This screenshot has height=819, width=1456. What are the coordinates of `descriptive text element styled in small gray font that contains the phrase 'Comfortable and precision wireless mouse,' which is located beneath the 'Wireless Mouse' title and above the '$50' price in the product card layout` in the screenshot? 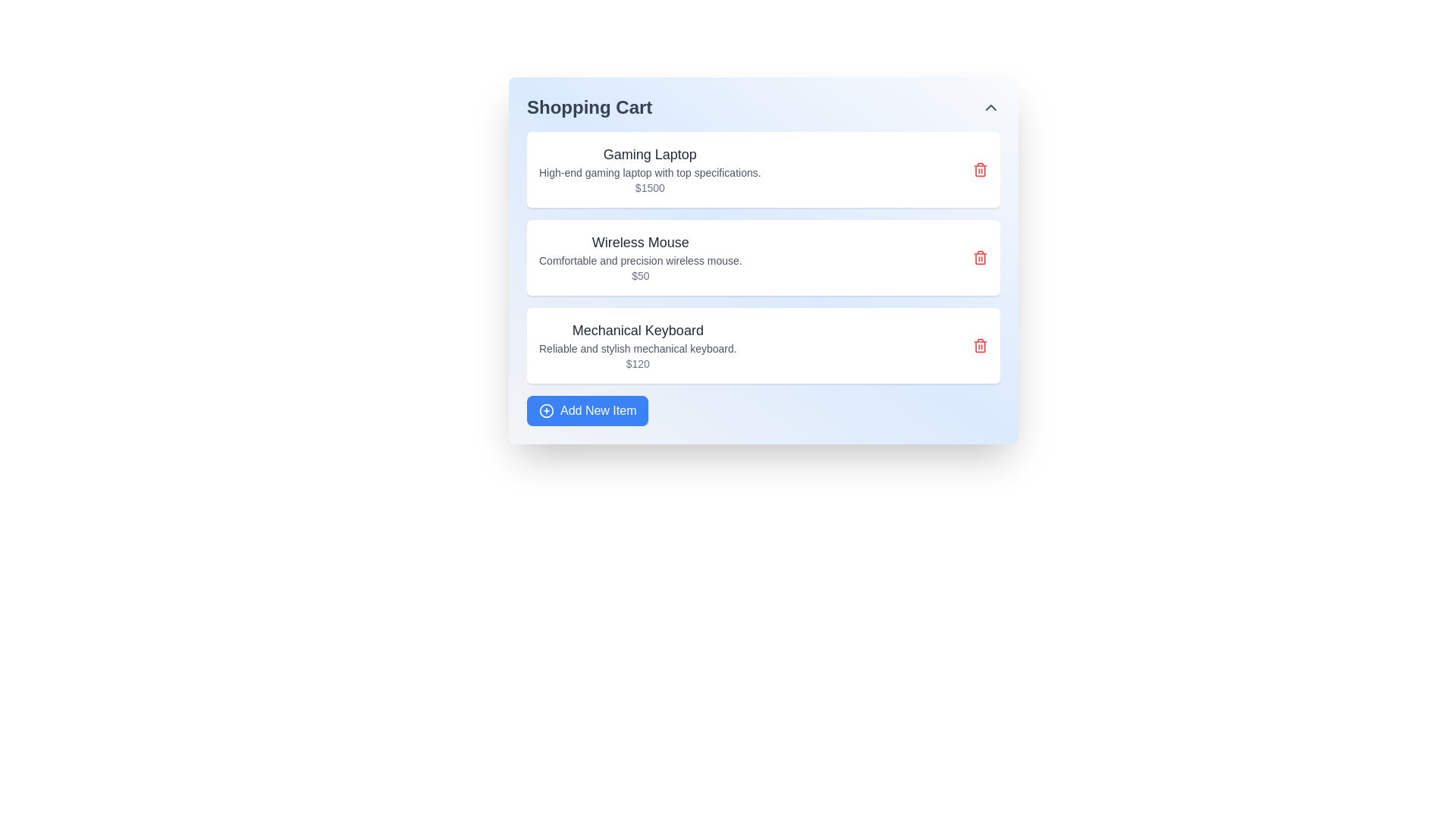 It's located at (640, 259).